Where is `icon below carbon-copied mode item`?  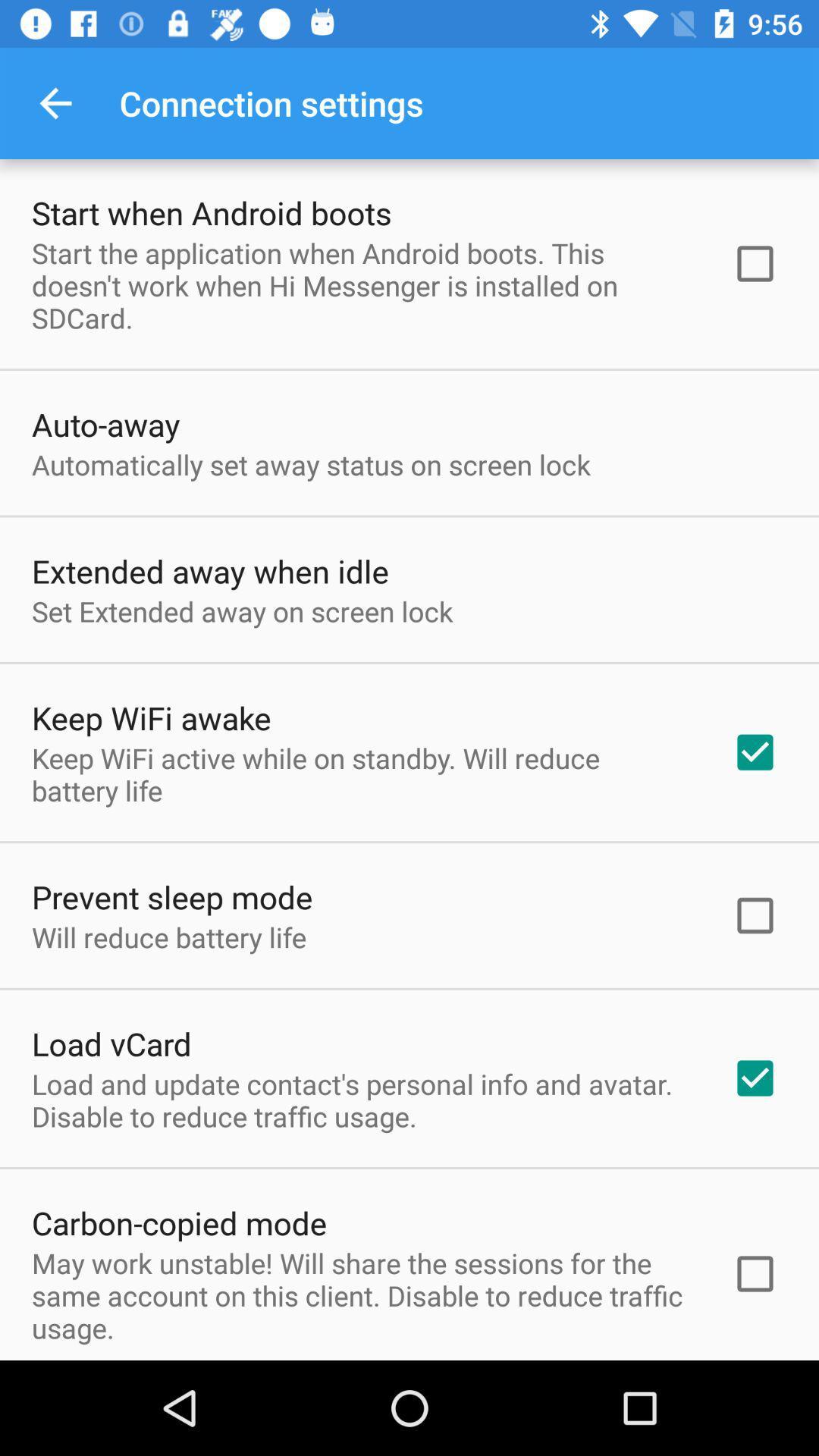
icon below carbon-copied mode item is located at coordinates (362, 1294).